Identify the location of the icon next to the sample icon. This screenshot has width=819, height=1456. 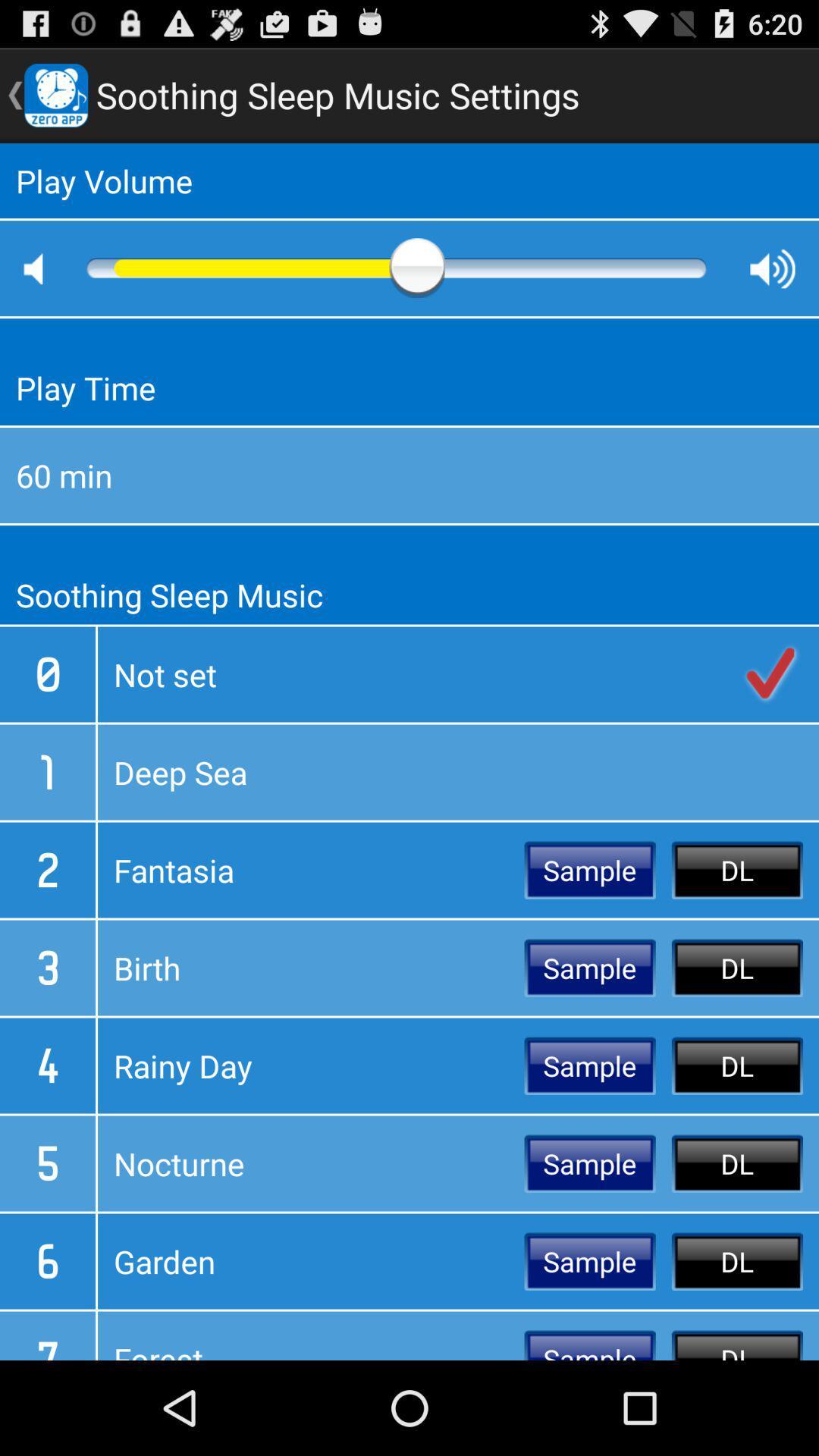
(310, 1335).